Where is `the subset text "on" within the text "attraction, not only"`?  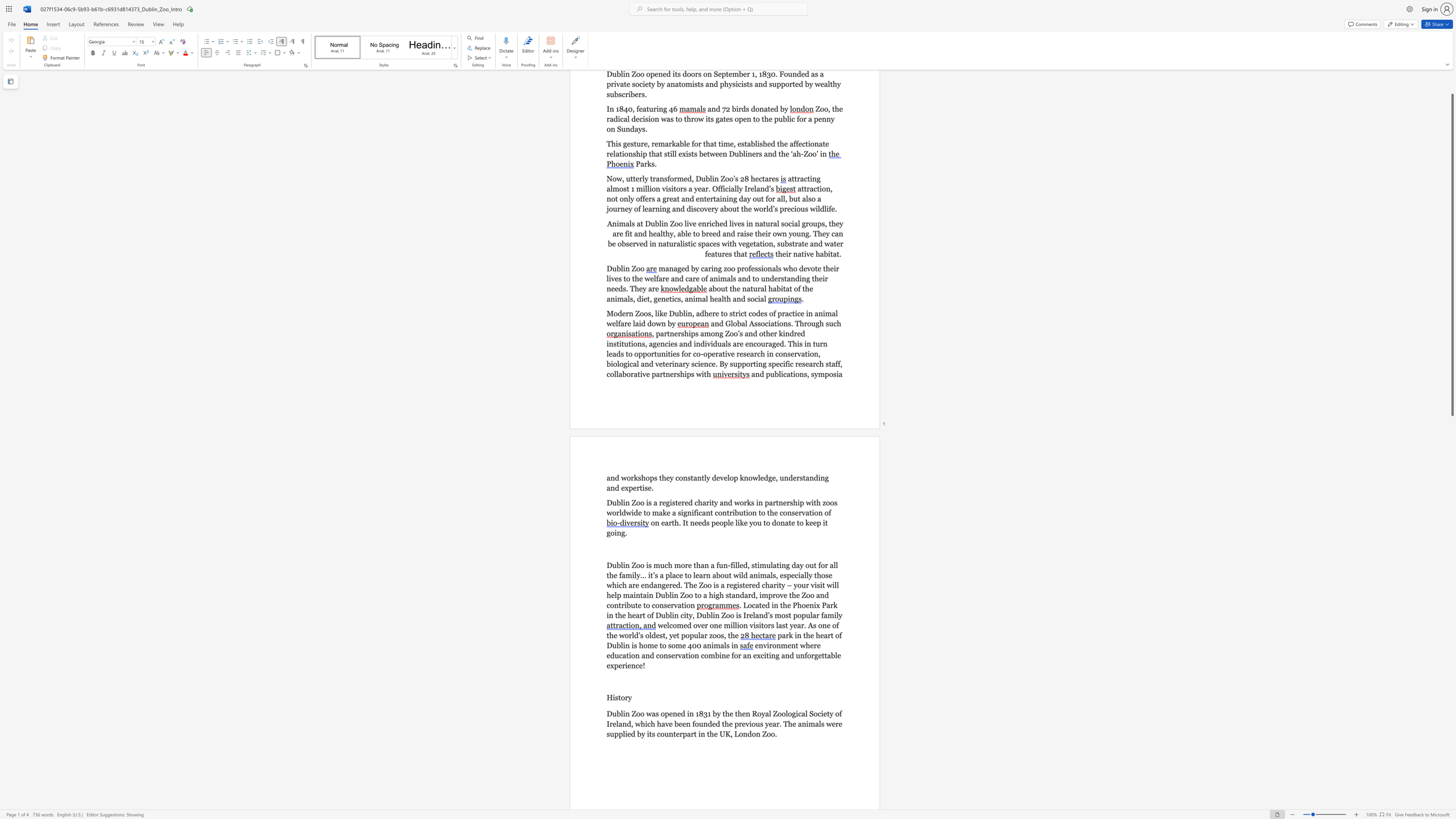
the subset text "on" within the text "attraction, not only" is located at coordinates (821, 188).